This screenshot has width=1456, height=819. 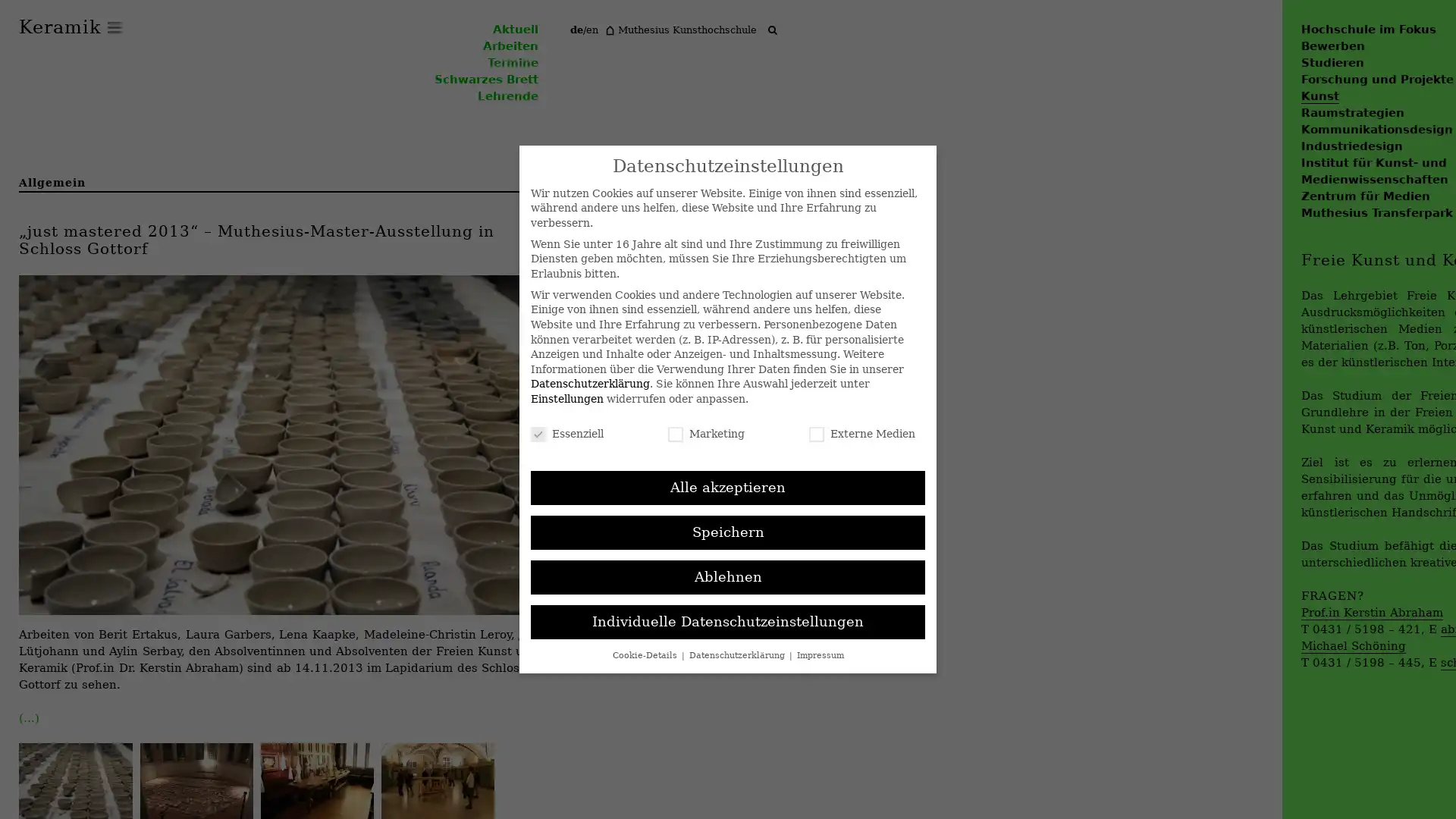 I want to click on Ablehnen, so click(x=728, y=576).